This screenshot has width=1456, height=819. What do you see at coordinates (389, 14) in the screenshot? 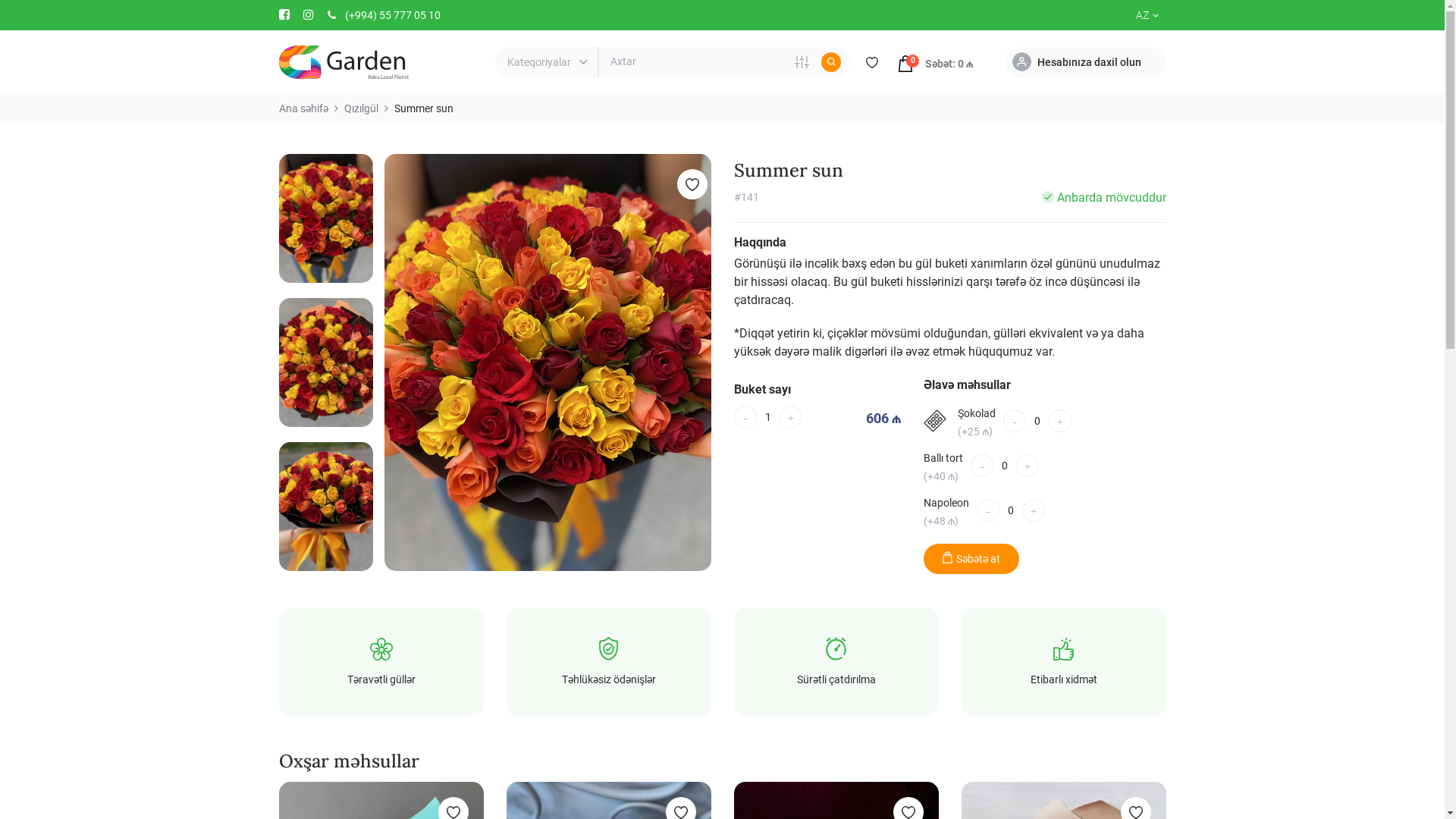
I see `'(+994) 55 777 05 10'` at bounding box center [389, 14].